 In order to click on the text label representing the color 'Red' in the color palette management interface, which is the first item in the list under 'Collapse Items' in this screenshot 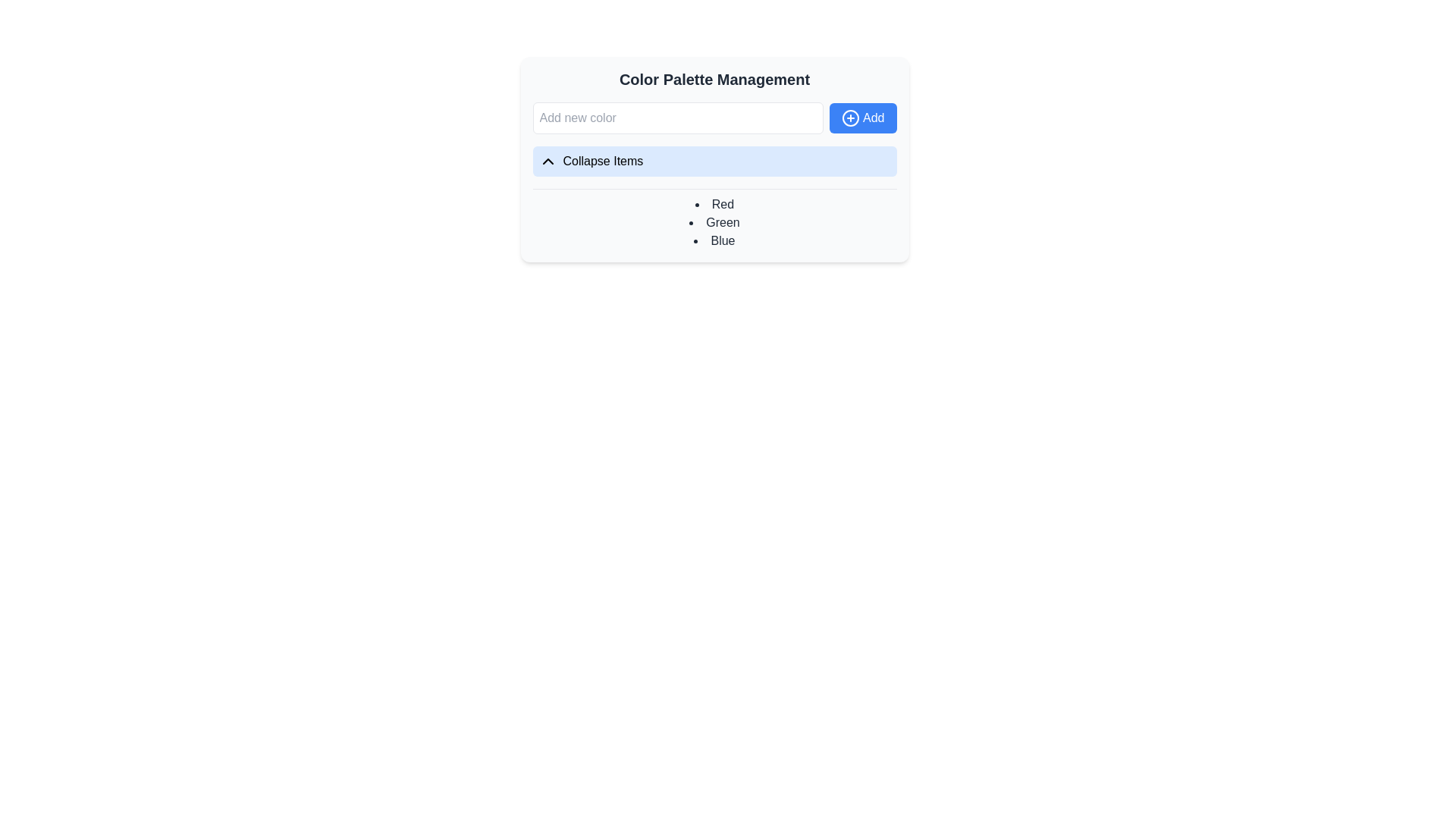, I will do `click(714, 205)`.